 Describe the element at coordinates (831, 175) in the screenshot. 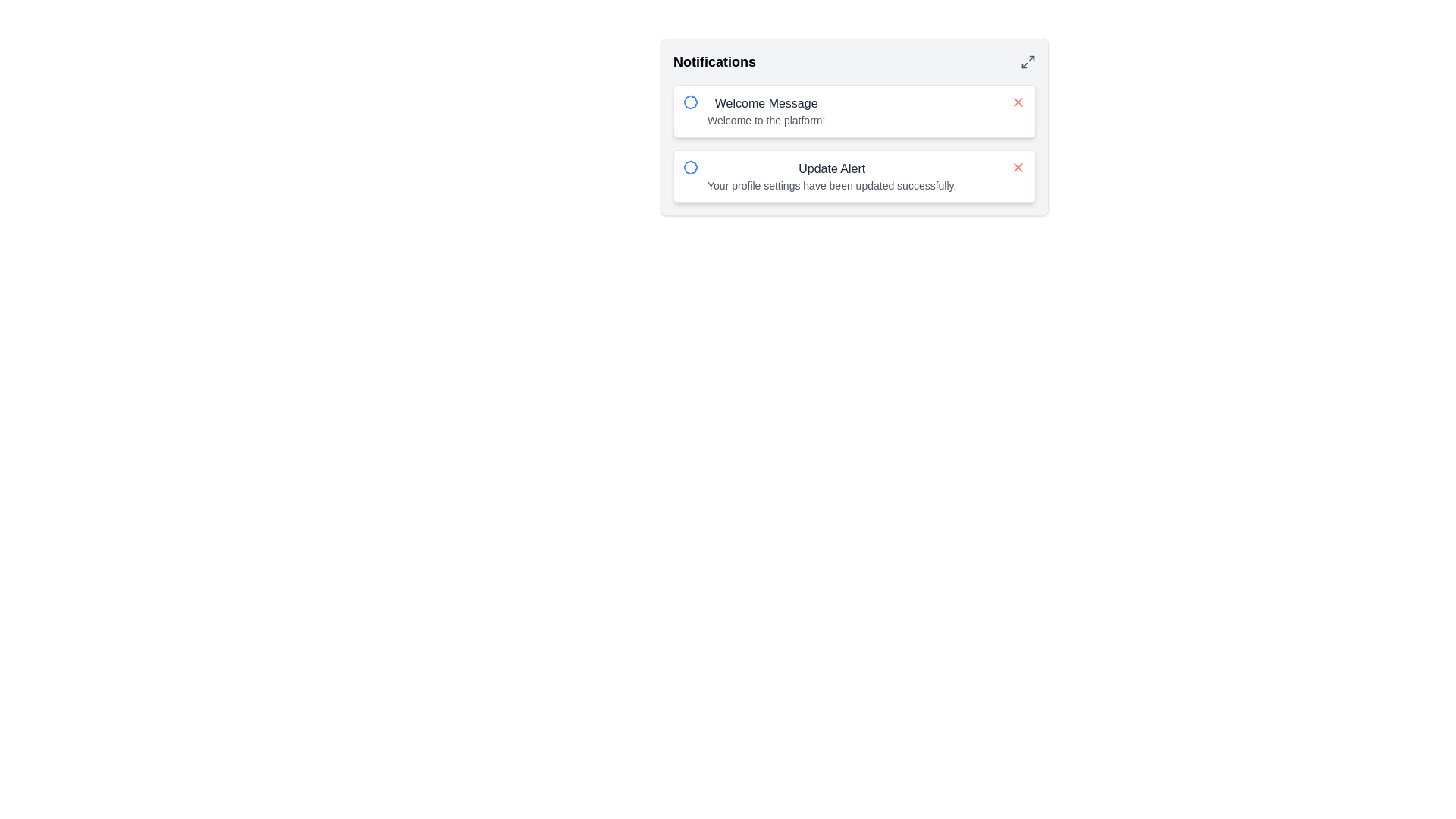

I see `text within the 'Update Alert' Text Block, which includes a bold heading and a lighter message about profile settings being updated` at that location.